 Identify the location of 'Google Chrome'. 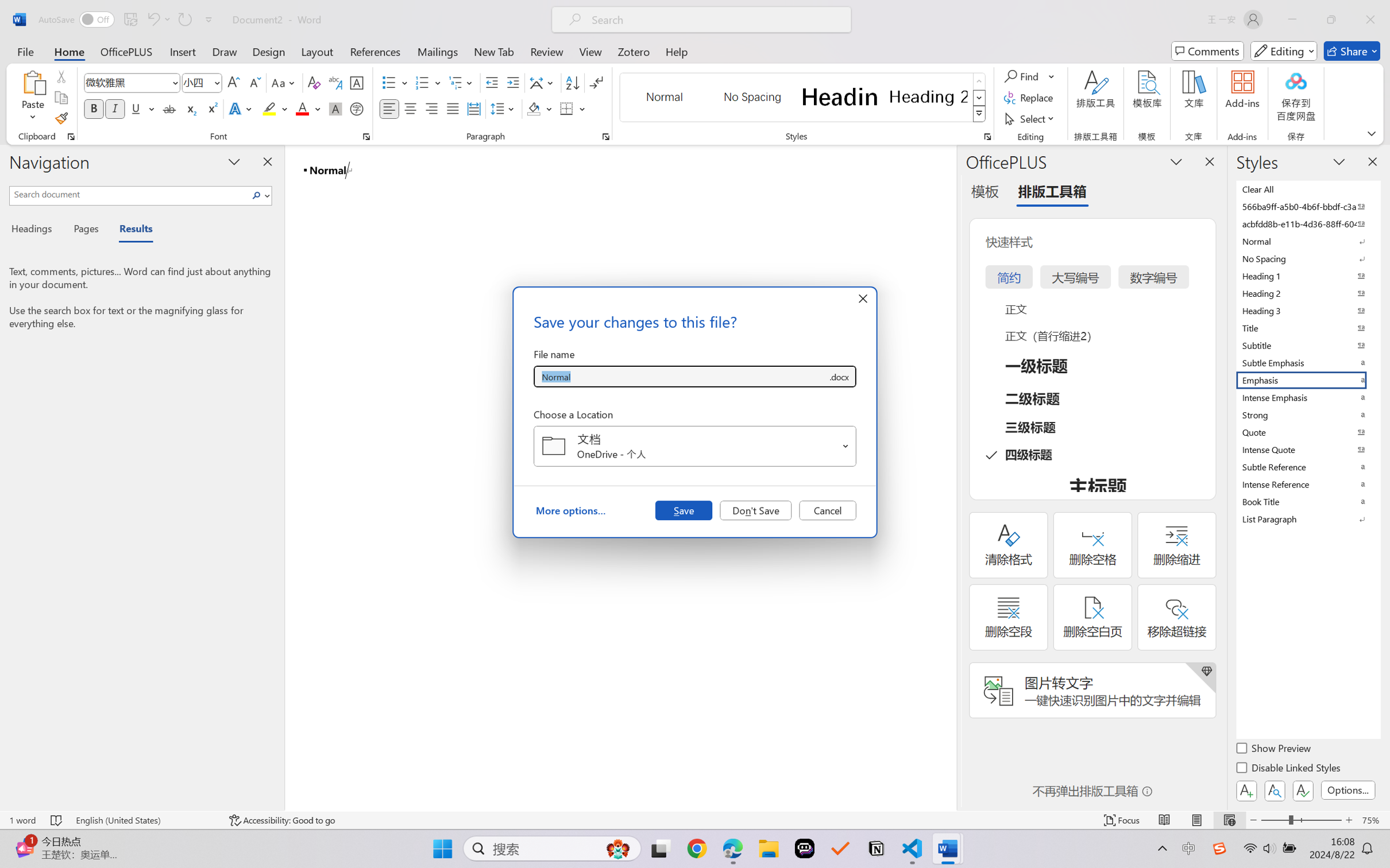
(697, 848).